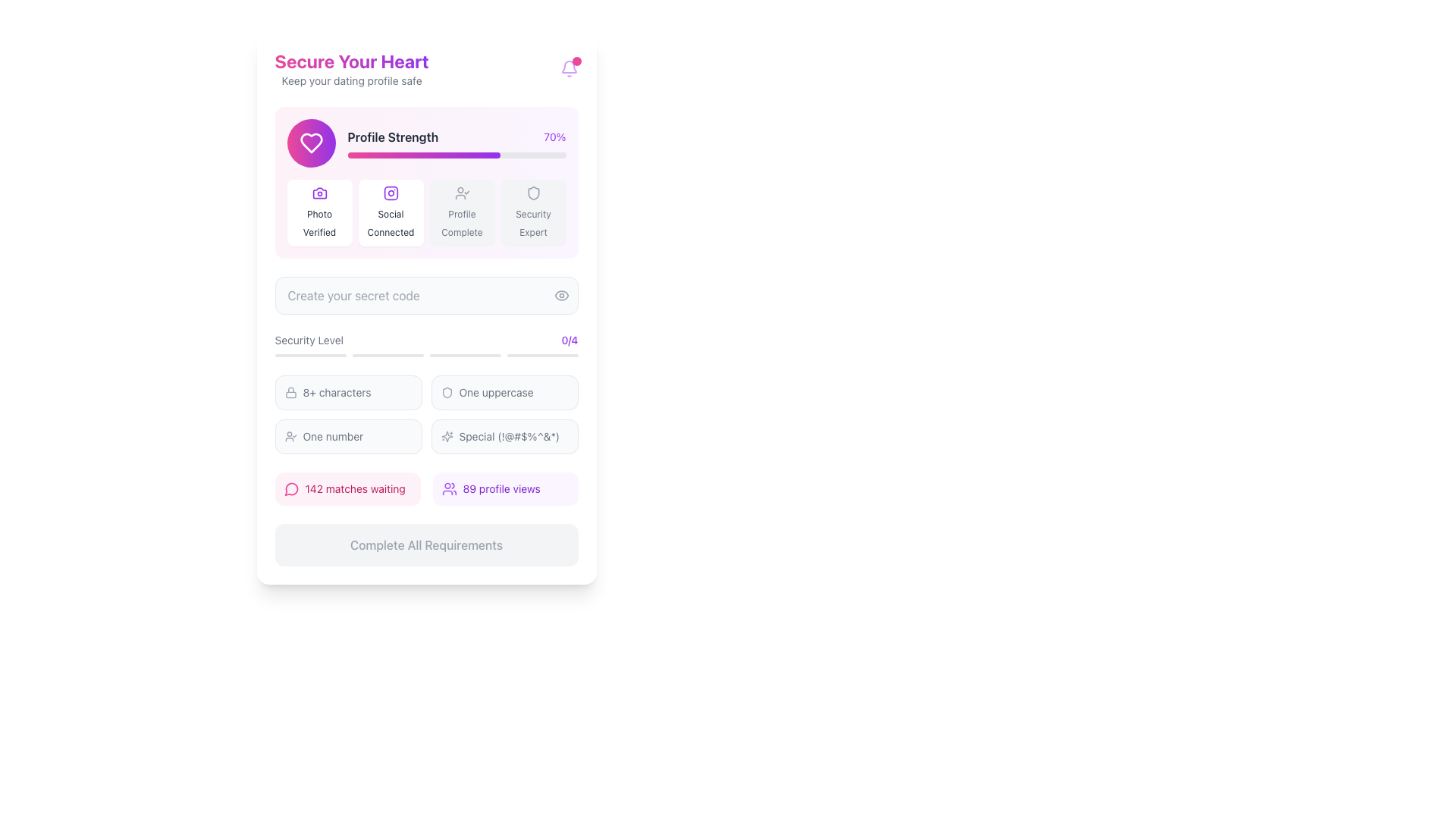 This screenshot has width=1456, height=819. Describe the element at coordinates (504, 436) in the screenshot. I see `the label 'Special (!@#$%^&*)' with an adjacent sparkles icon, which is the fourth item in the security level indicators list` at that location.